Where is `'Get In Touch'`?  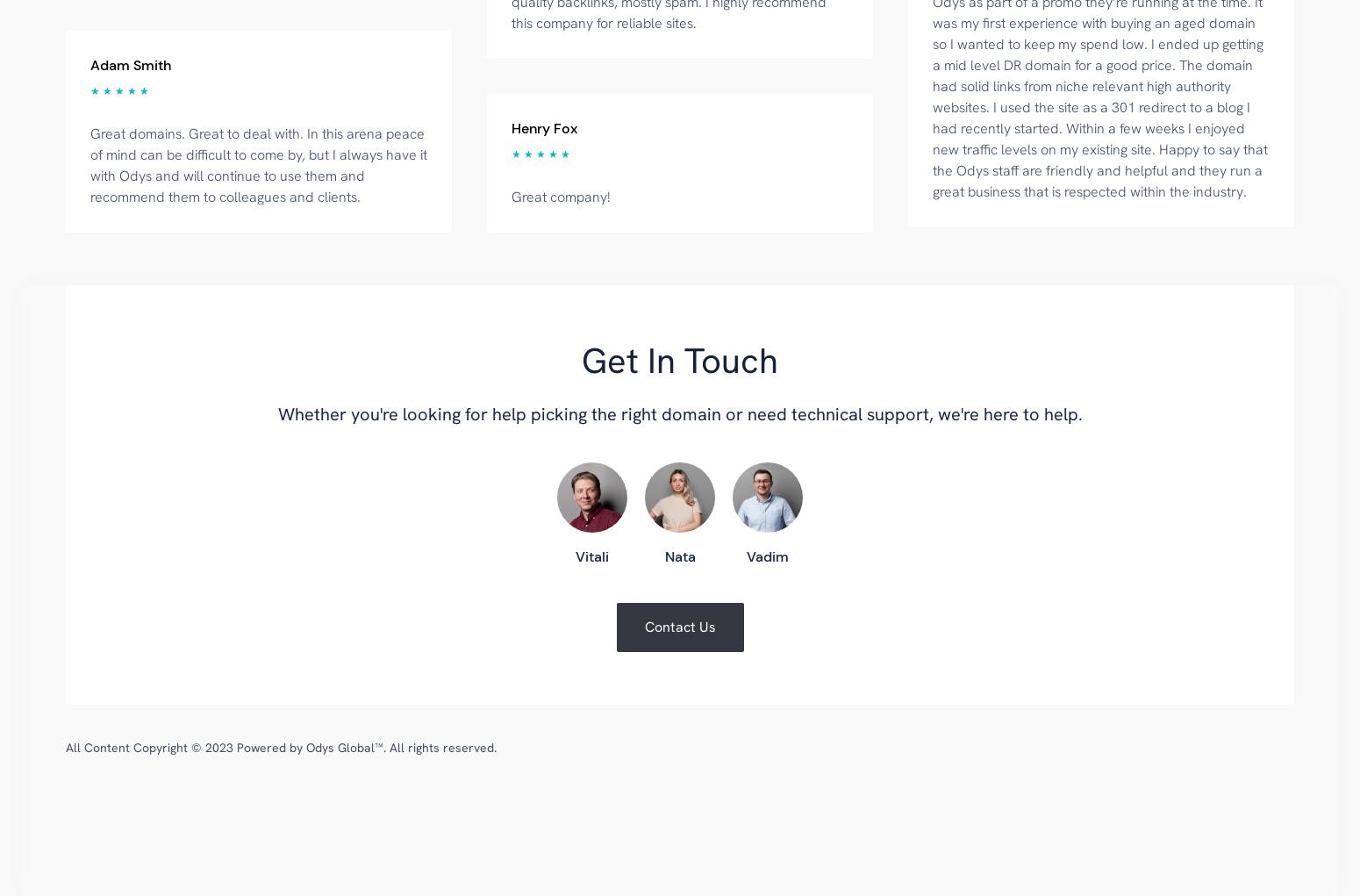 'Get In Touch' is located at coordinates (680, 359).